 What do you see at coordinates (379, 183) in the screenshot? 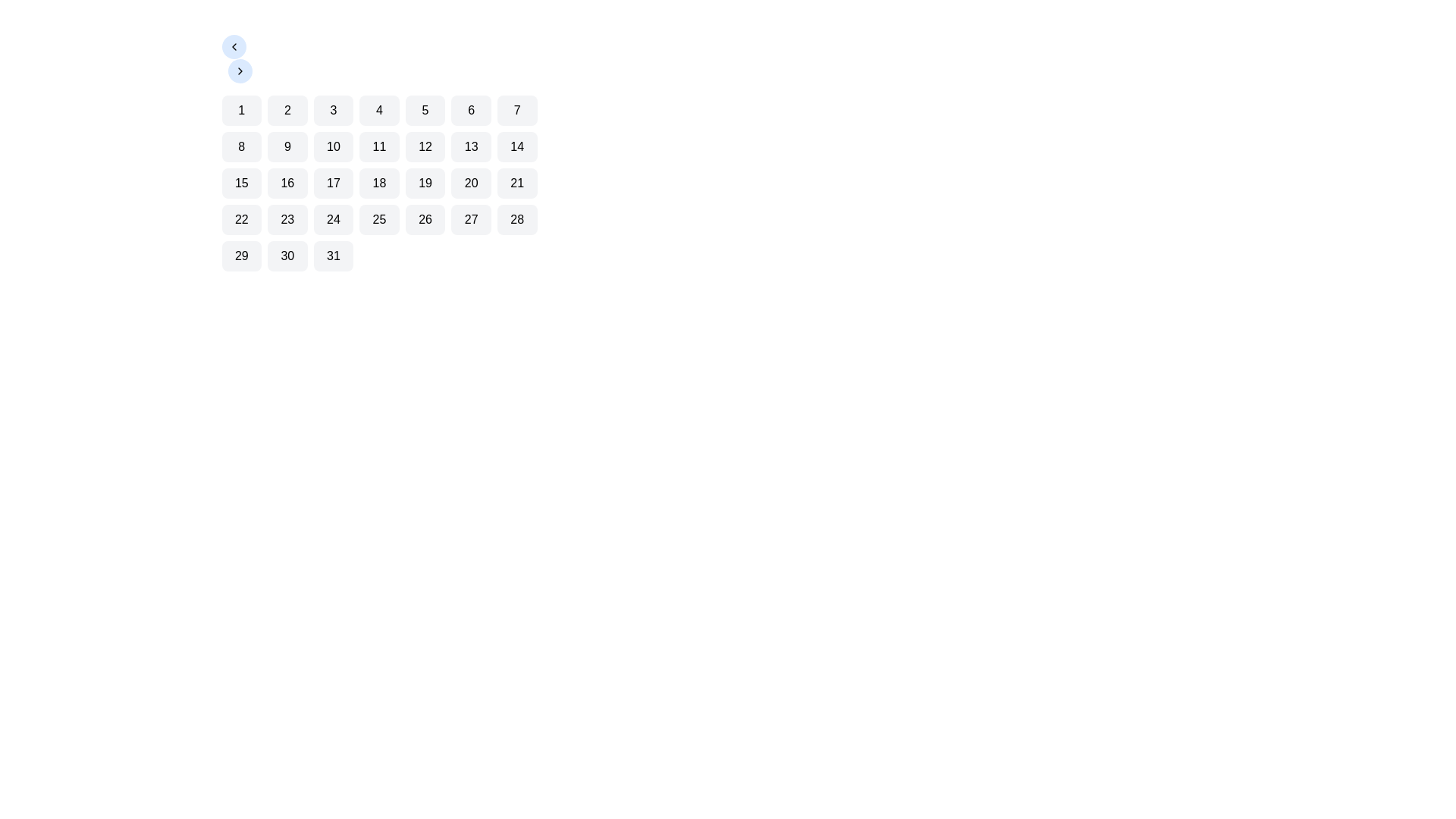
I see `the button displaying the number '18' with a light gray background located in the fourth column of the third row` at bounding box center [379, 183].